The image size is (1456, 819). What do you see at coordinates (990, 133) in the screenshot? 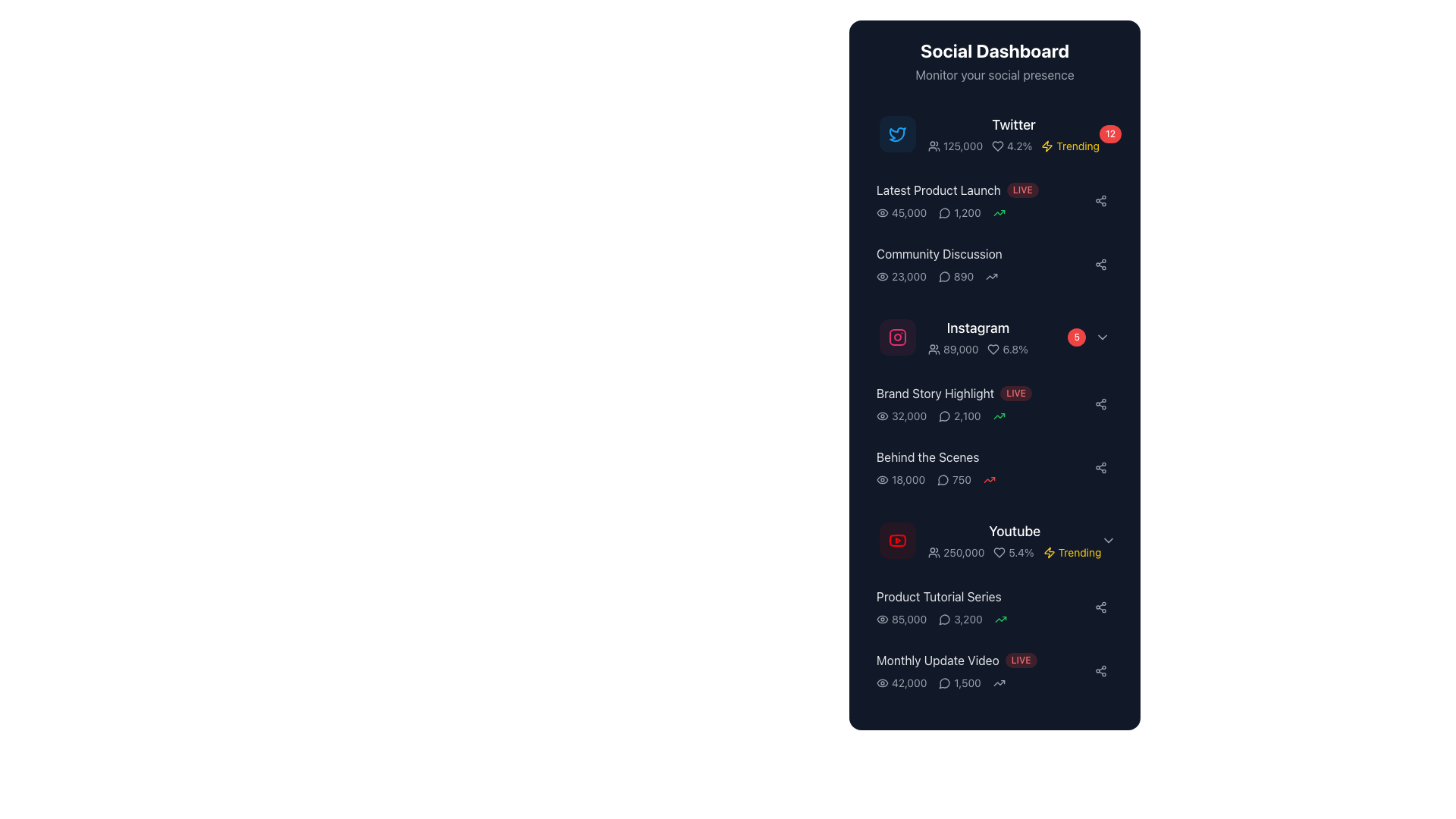
I see `the Twitter social media summary block` at bounding box center [990, 133].